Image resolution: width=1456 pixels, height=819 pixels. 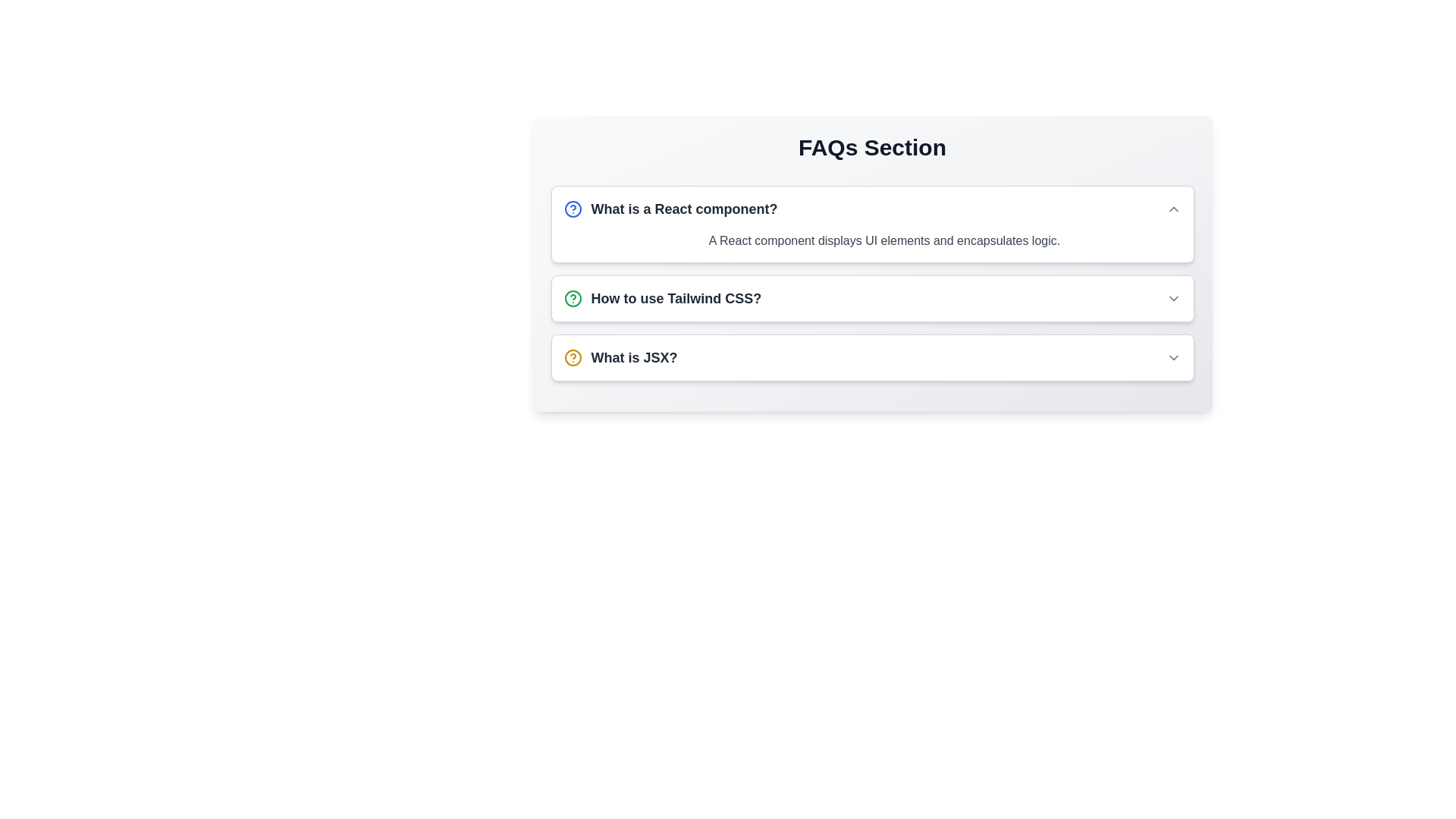 What do you see at coordinates (572, 209) in the screenshot?
I see `the blue question mark icon enclosed within a circle, which is located to the left of the text 'What is a React component?'` at bounding box center [572, 209].